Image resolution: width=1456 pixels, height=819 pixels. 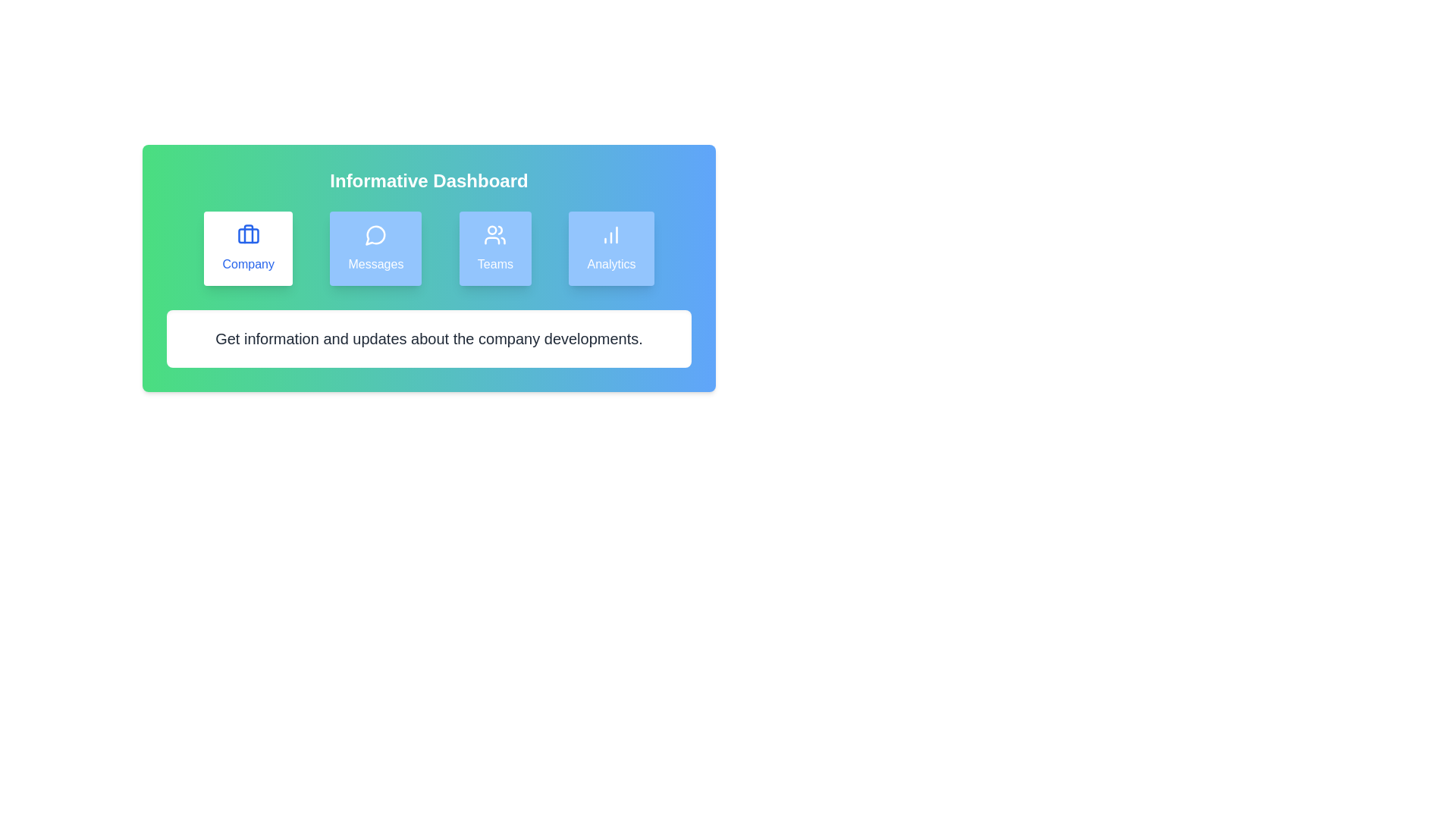 What do you see at coordinates (375, 247) in the screenshot?
I see `the 'Messages' button, which is the second button from the left in a row of four buttons, positioned between 'Company' and 'Teams'` at bounding box center [375, 247].